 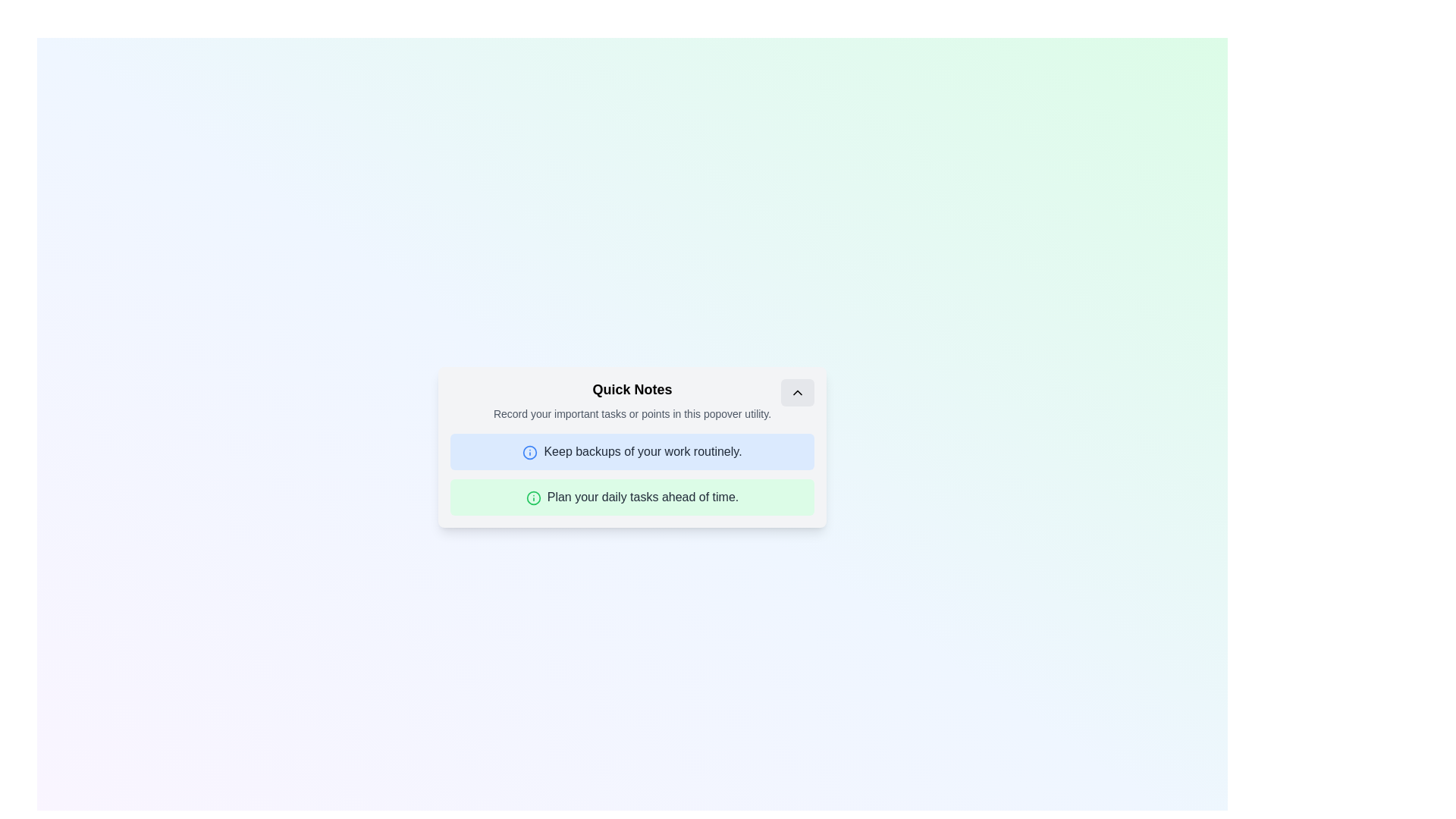 What do you see at coordinates (632, 447) in the screenshot?
I see `the informational item containing the text 'Keep backups of your work routinely.' and the blue circular information icon, which is the first item in the 'Quick Notes' popover` at bounding box center [632, 447].